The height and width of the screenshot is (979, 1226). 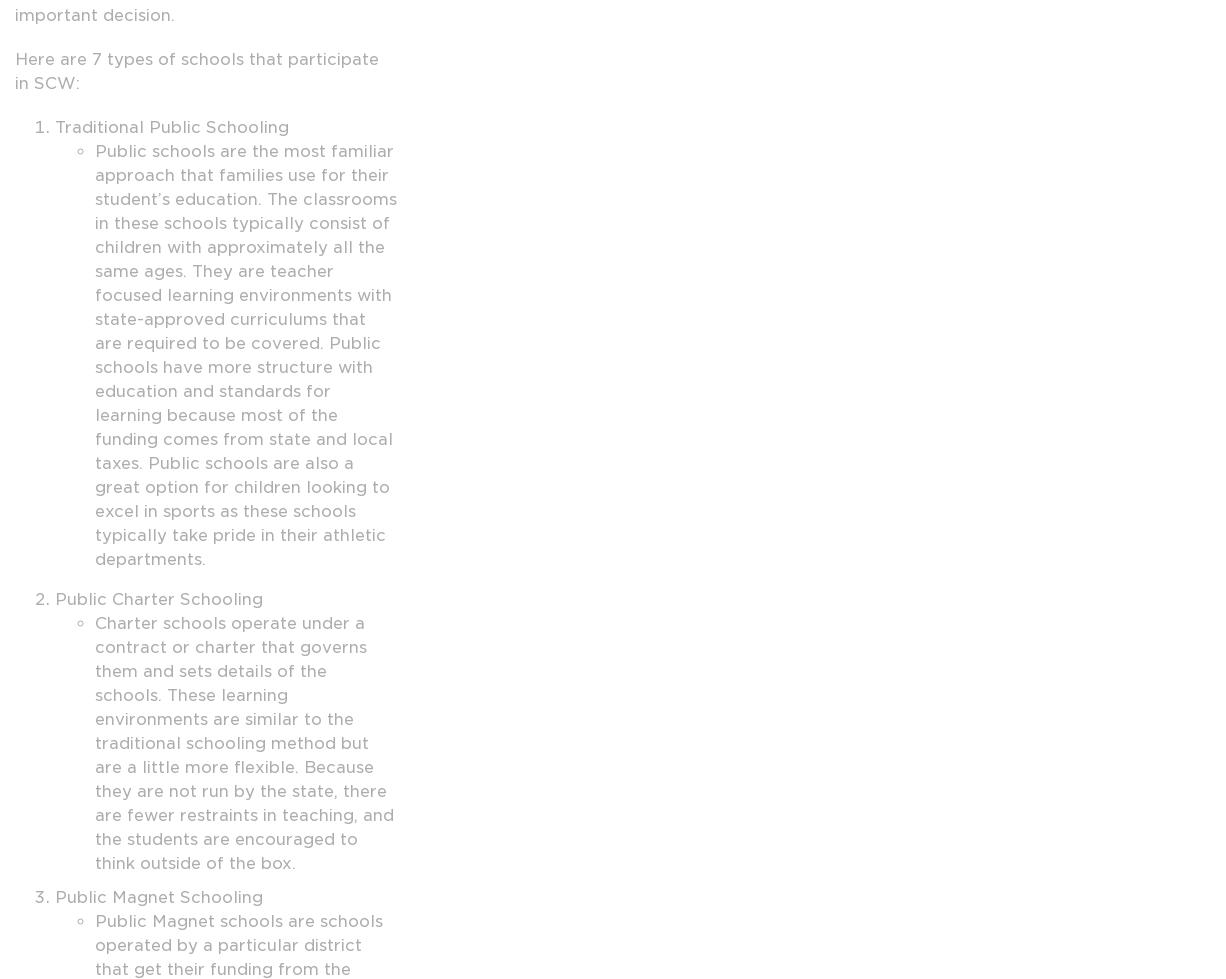 What do you see at coordinates (242, 745) in the screenshot?
I see `'Blog'` at bounding box center [242, 745].